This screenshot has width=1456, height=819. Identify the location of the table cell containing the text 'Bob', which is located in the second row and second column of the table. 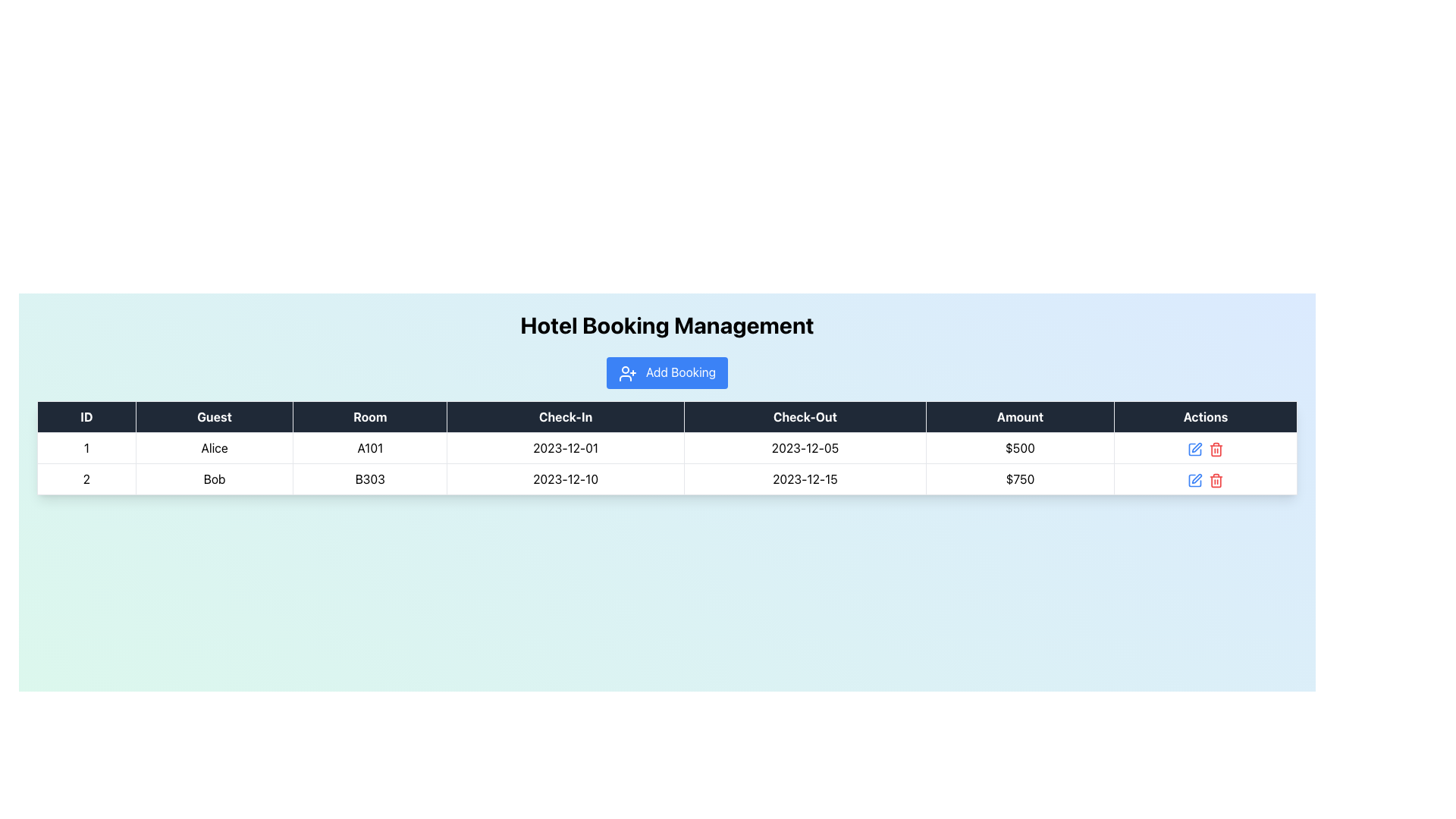
(214, 479).